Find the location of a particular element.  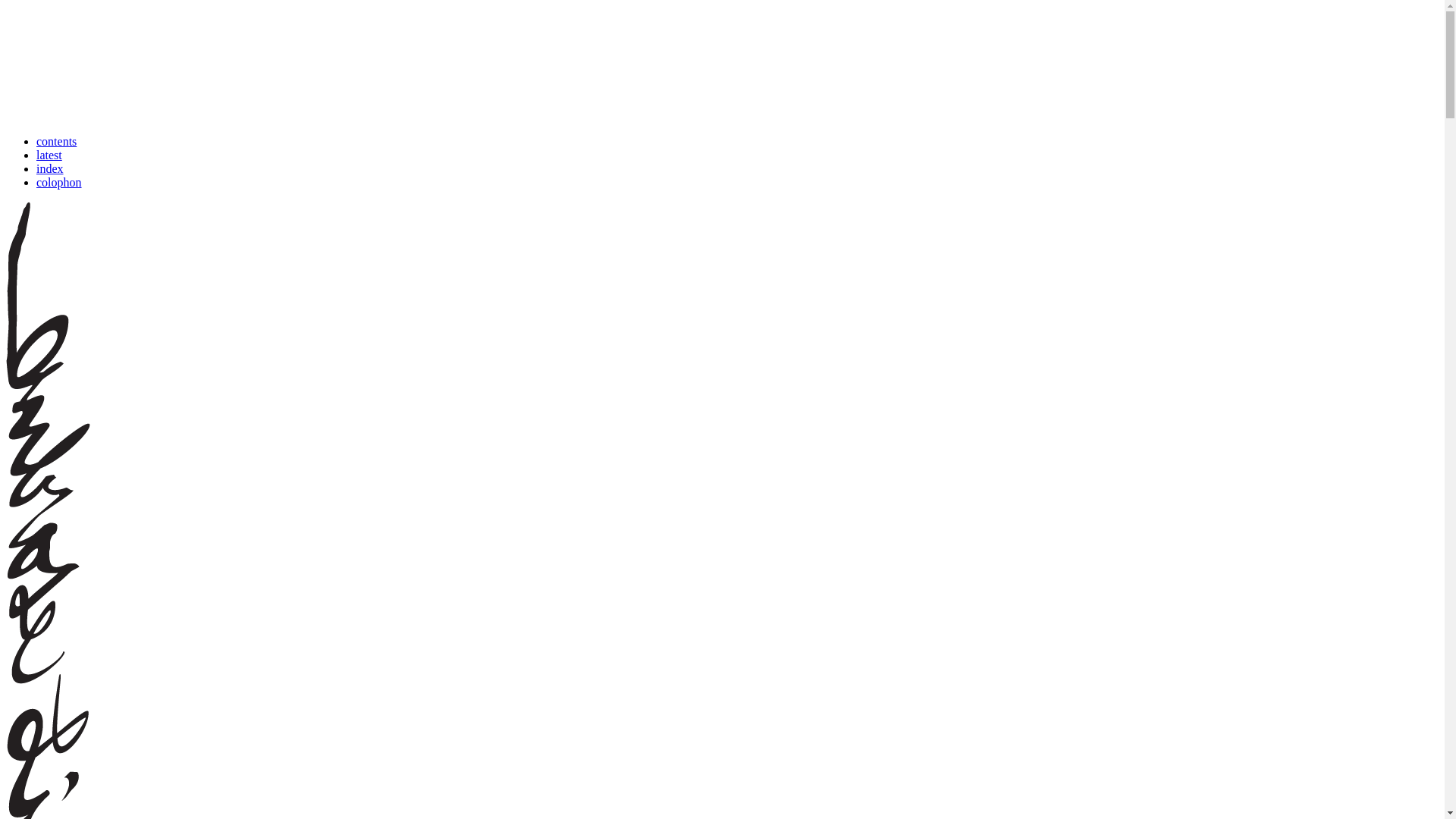

'index' is located at coordinates (36, 168).